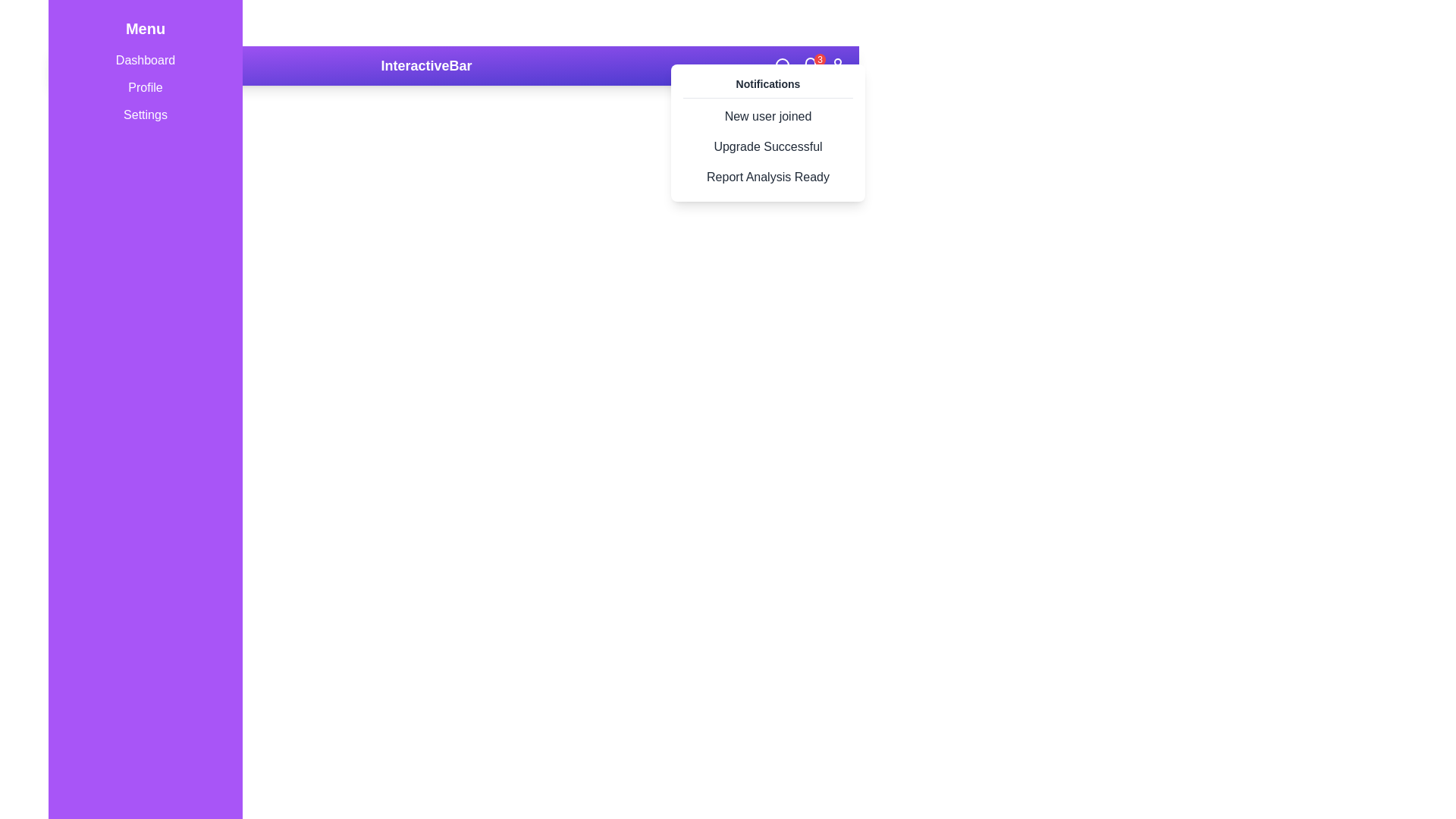  What do you see at coordinates (810, 65) in the screenshot?
I see `the red circular badge displaying the number '3' that is positioned above the notification bell icon in the navigation bar` at bounding box center [810, 65].